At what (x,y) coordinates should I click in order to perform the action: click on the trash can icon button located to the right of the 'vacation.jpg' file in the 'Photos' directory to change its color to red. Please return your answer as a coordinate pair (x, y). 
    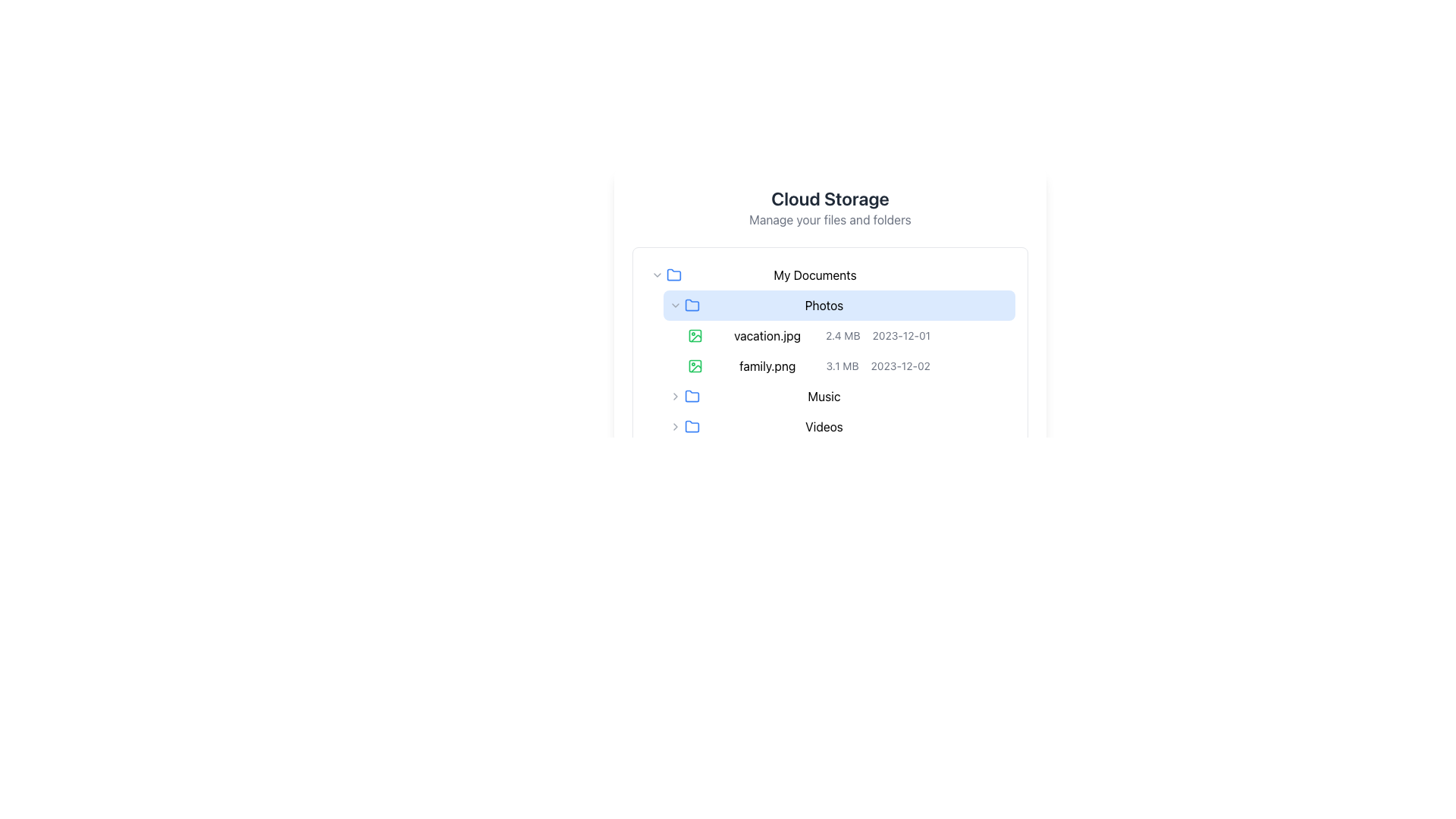
    Looking at the image, I should click on (985, 335).